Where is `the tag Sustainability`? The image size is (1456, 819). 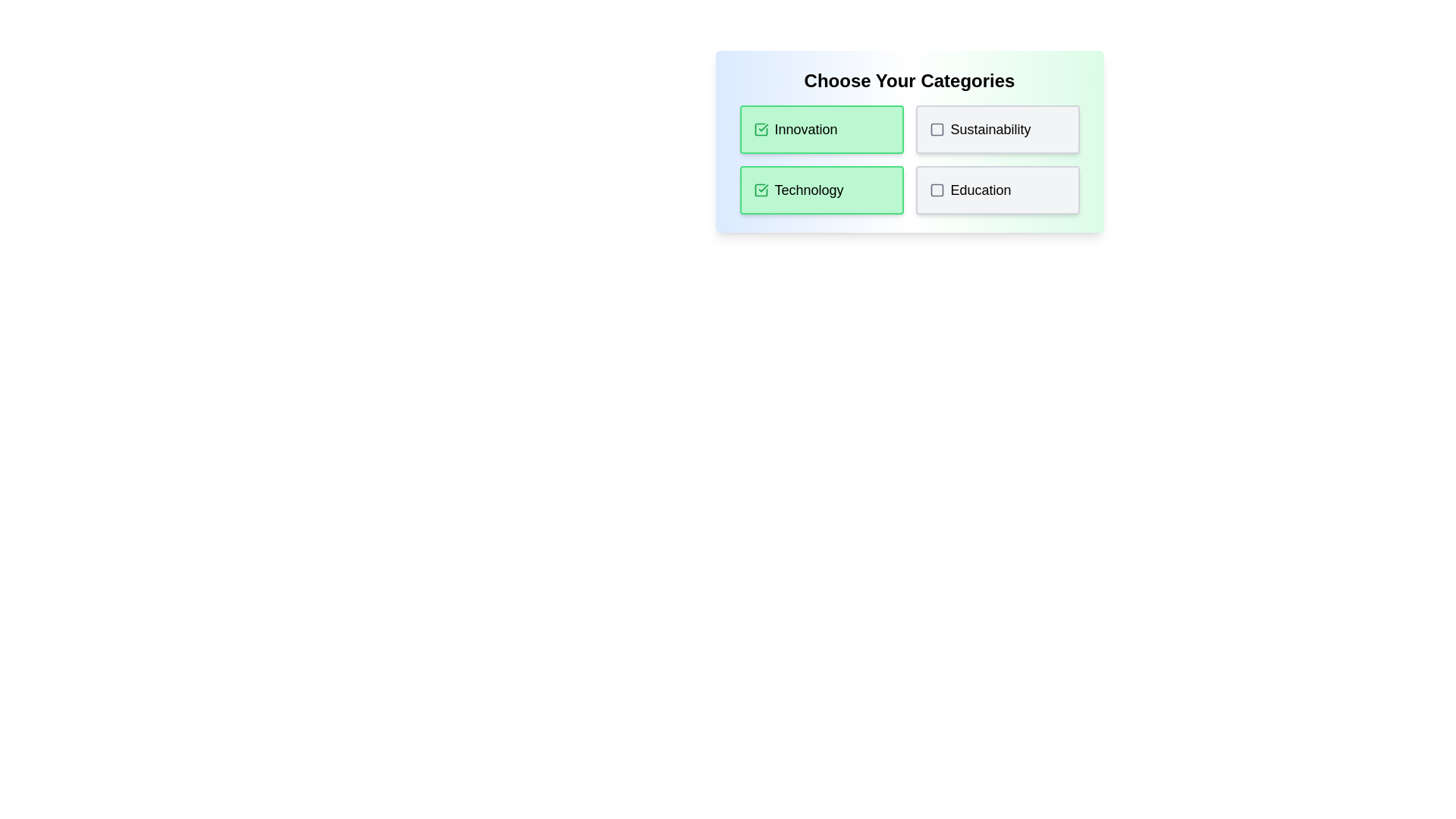 the tag Sustainability is located at coordinates (997, 128).